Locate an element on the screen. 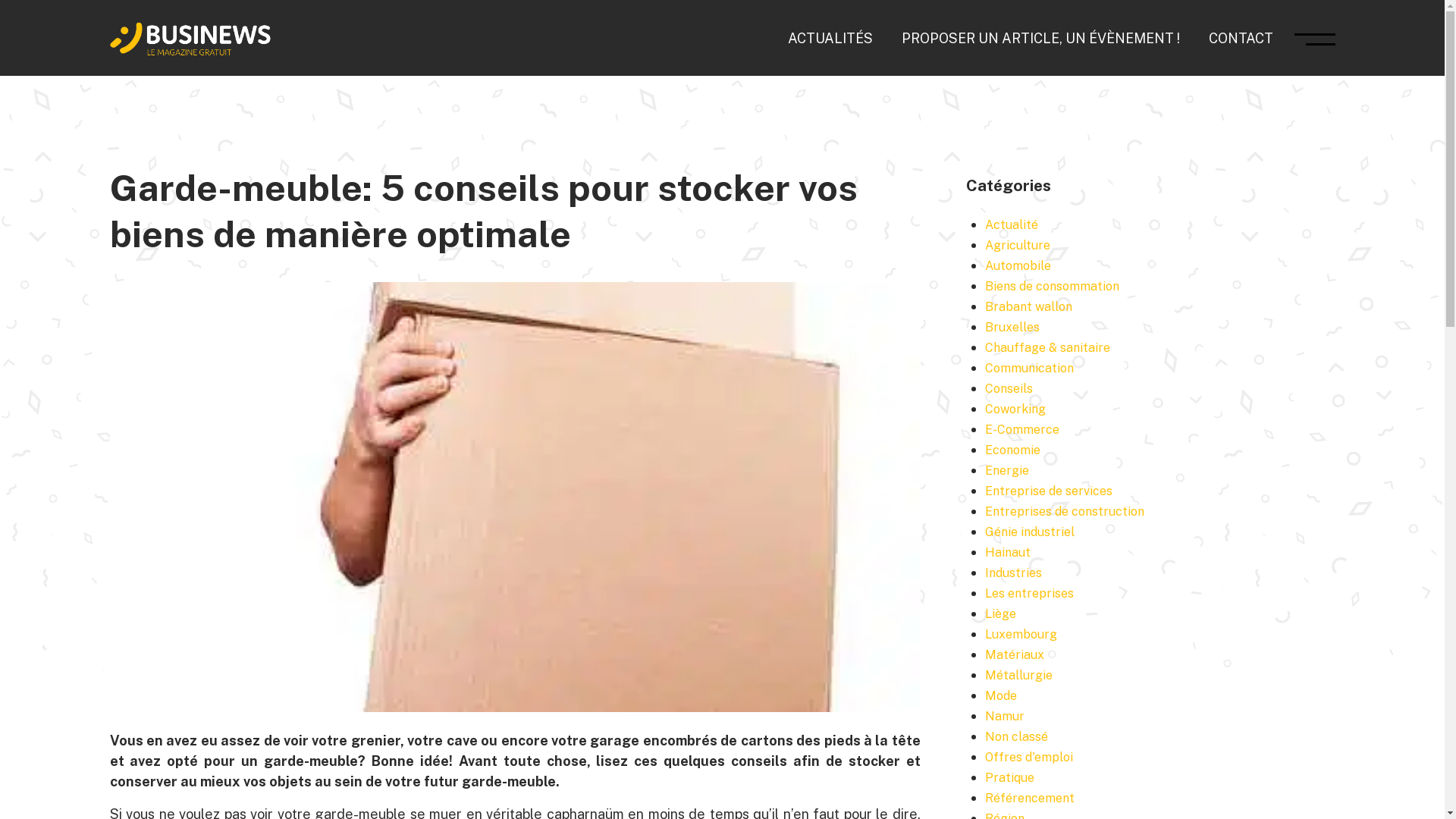 This screenshot has width=1456, height=819. 'Economie' is located at coordinates (1012, 449).